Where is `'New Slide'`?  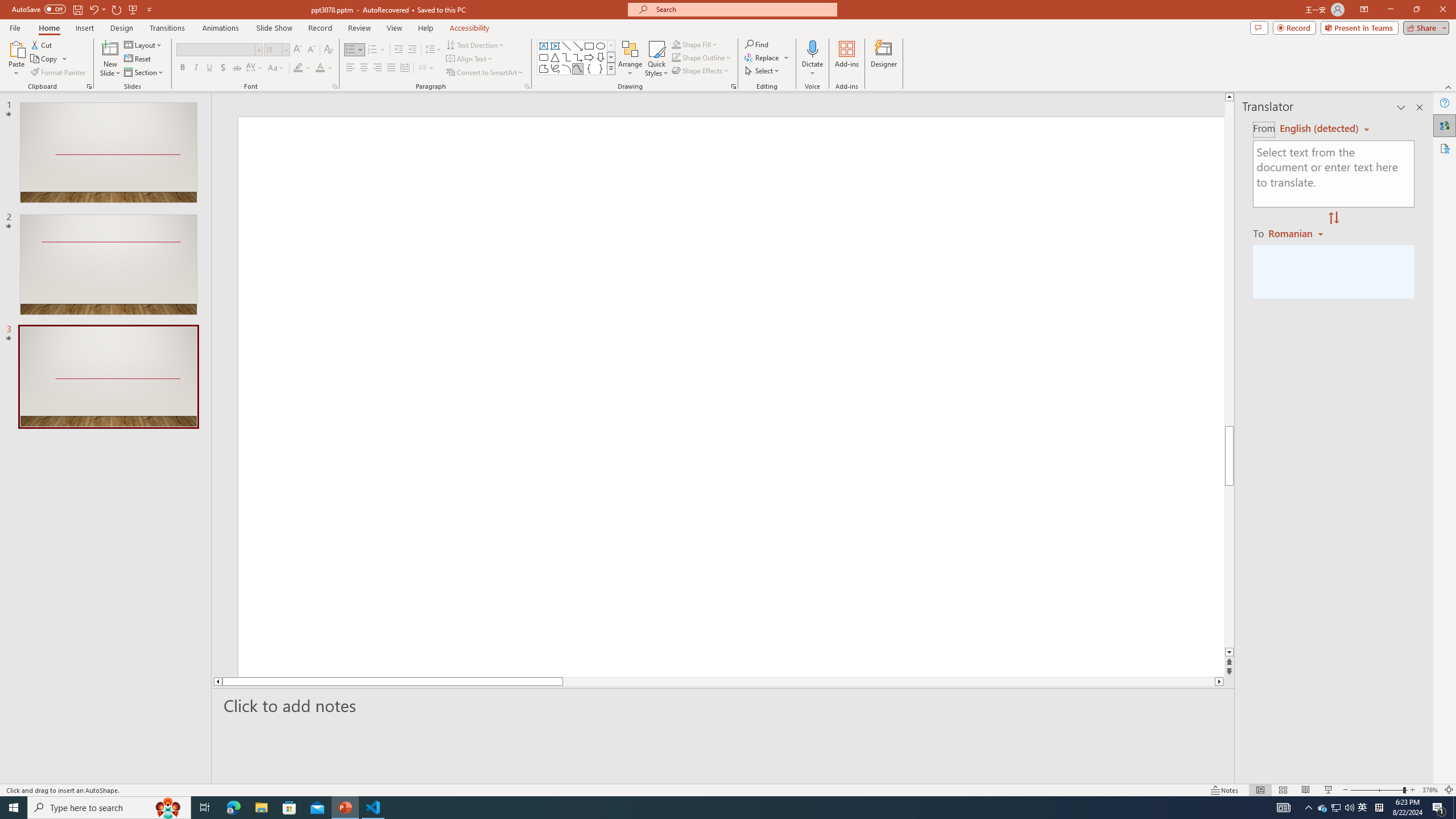
'New Slide' is located at coordinates (110, 48).